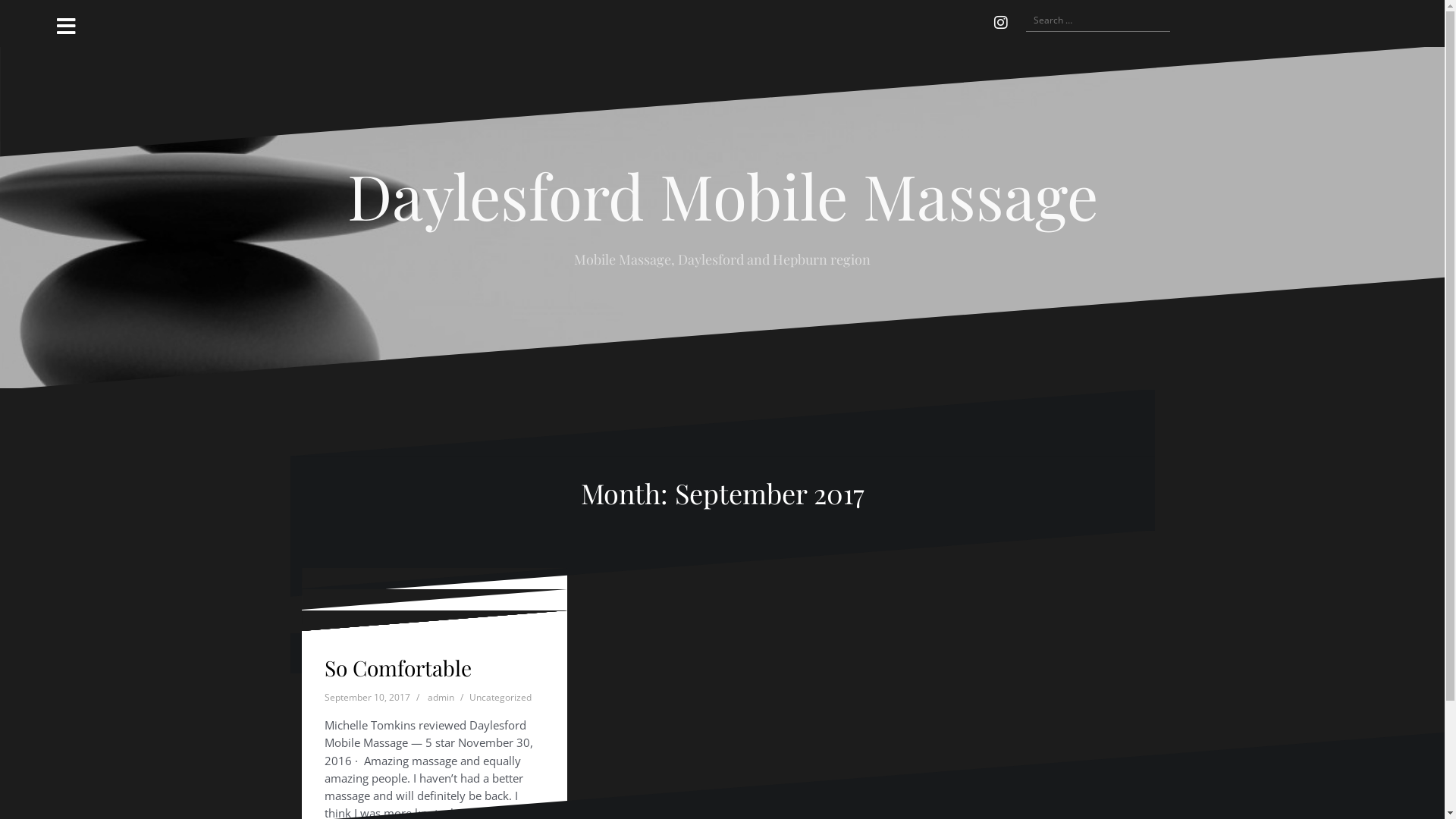 Image resolution: width=1456 pixels, height=819 pixels. Describe the element at coordinates (468, 697) in the screenshot. I see `'Uncategorized'` at that location.